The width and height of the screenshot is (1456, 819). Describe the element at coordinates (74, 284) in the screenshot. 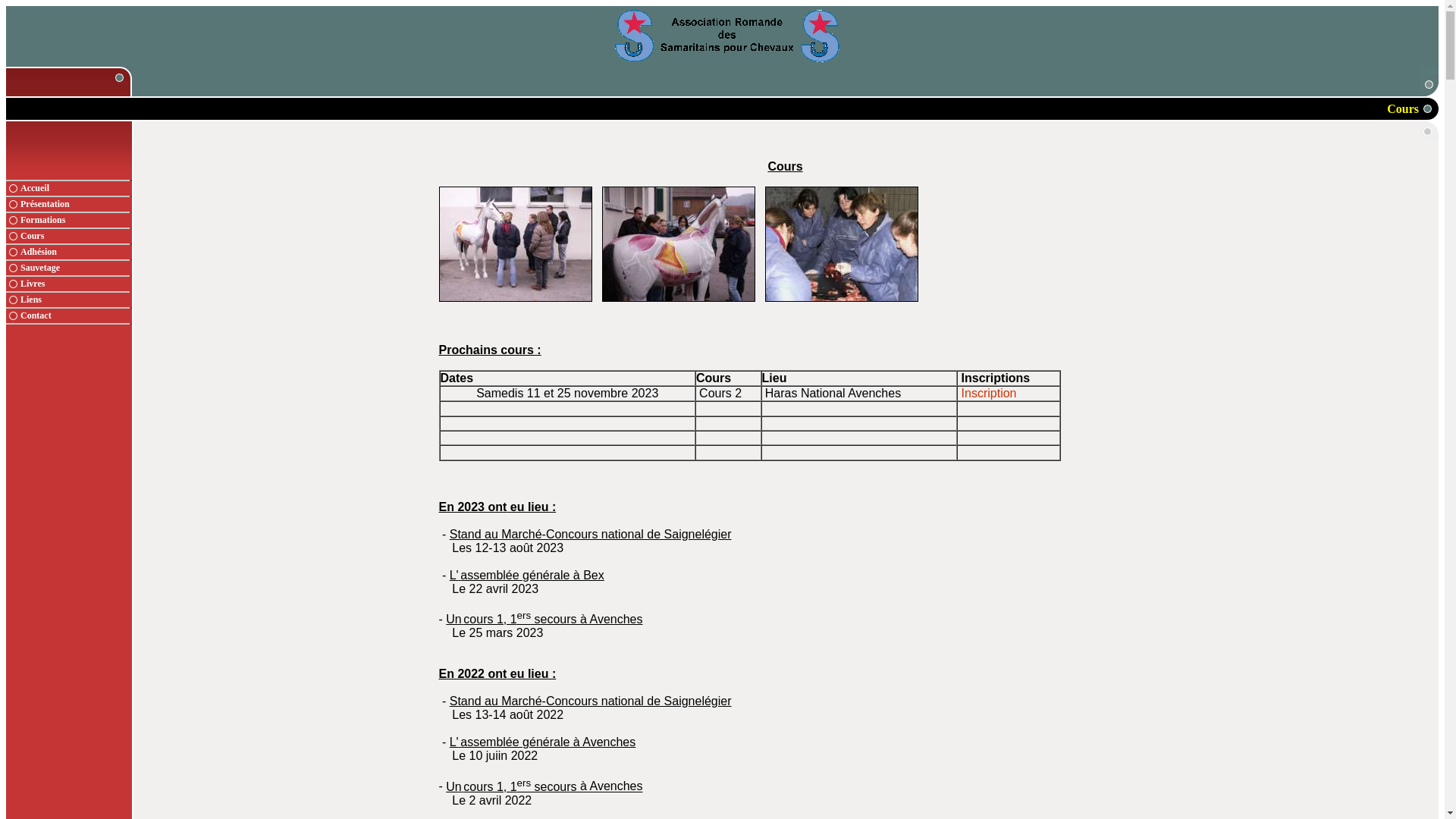

I see `'Livres'` at that location.